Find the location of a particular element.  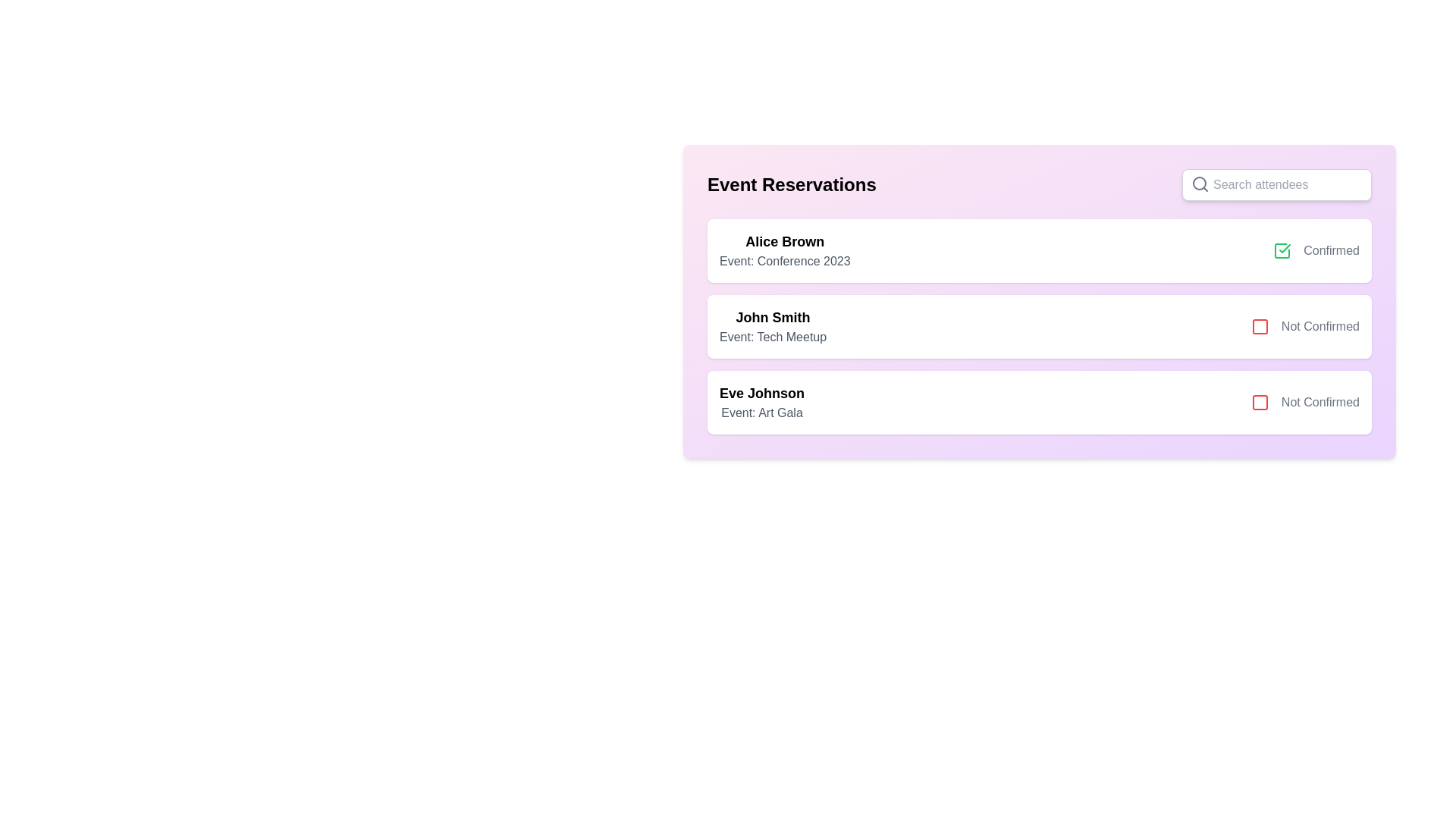

the participant name text label located below the 'Event Reservations' header in the second reservation entry is located at coordinates (773, 317).